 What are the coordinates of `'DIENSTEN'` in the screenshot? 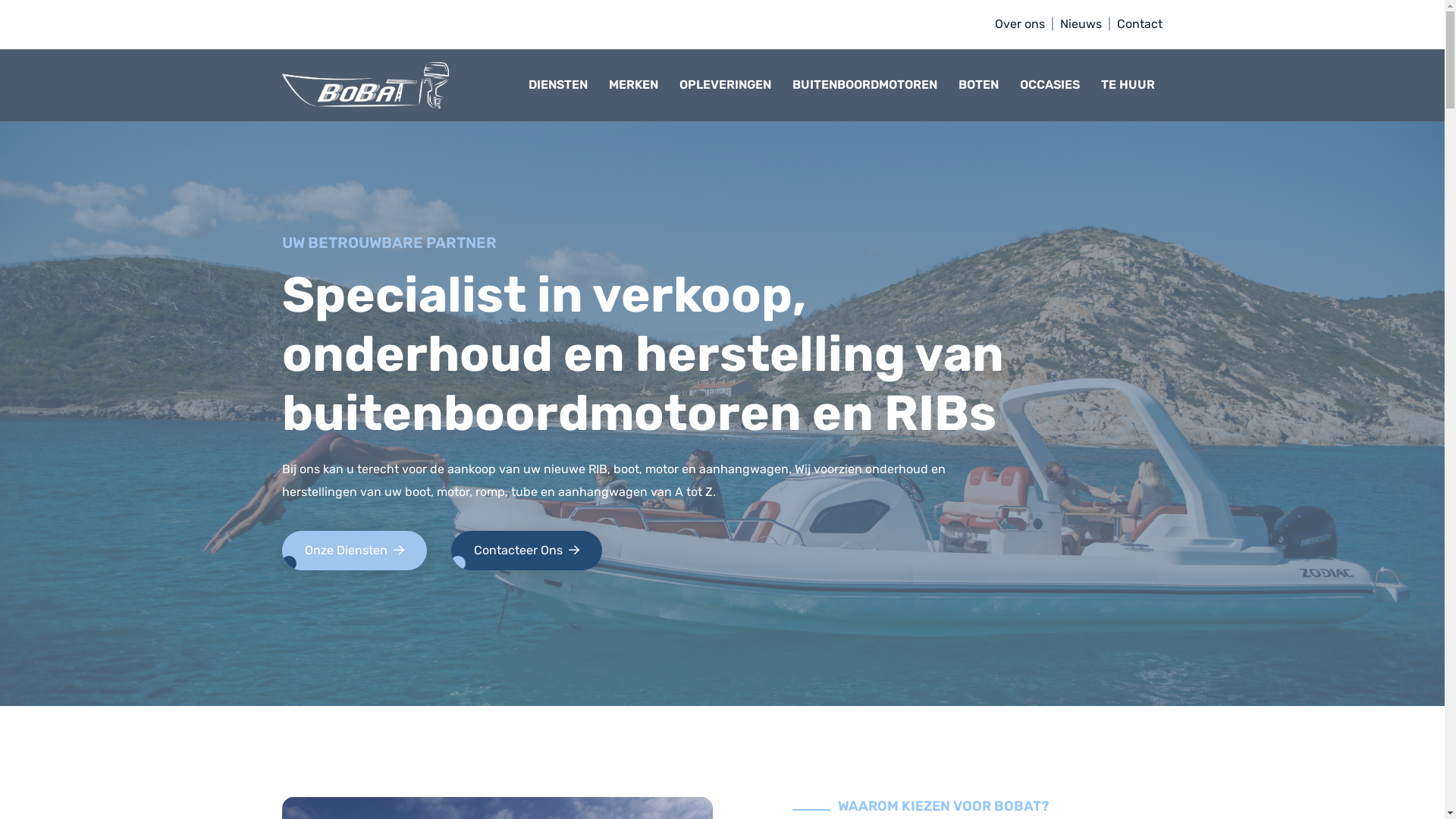 It's located at (560, 85).